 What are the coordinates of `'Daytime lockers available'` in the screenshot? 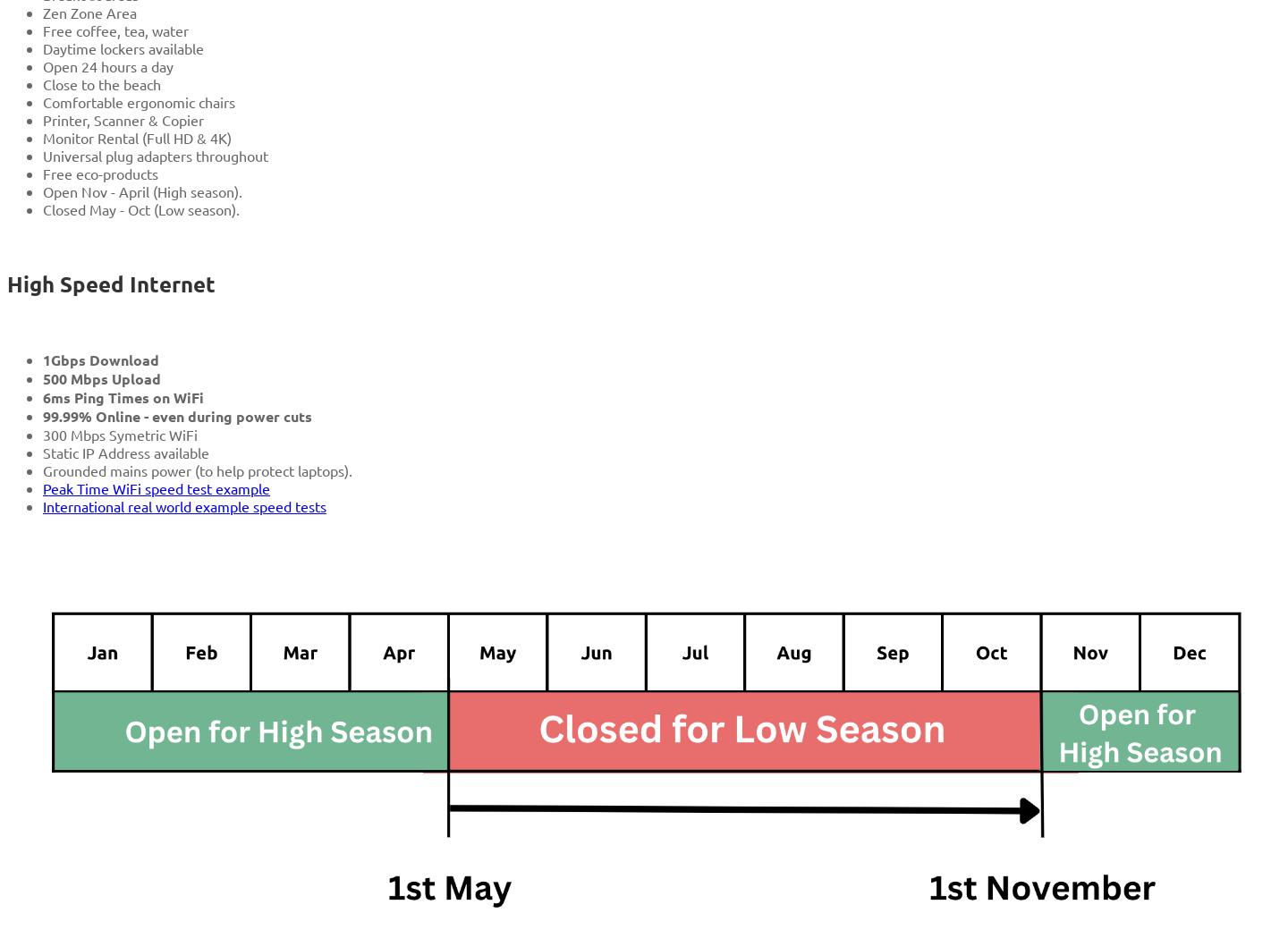 It's located at (122, 46).